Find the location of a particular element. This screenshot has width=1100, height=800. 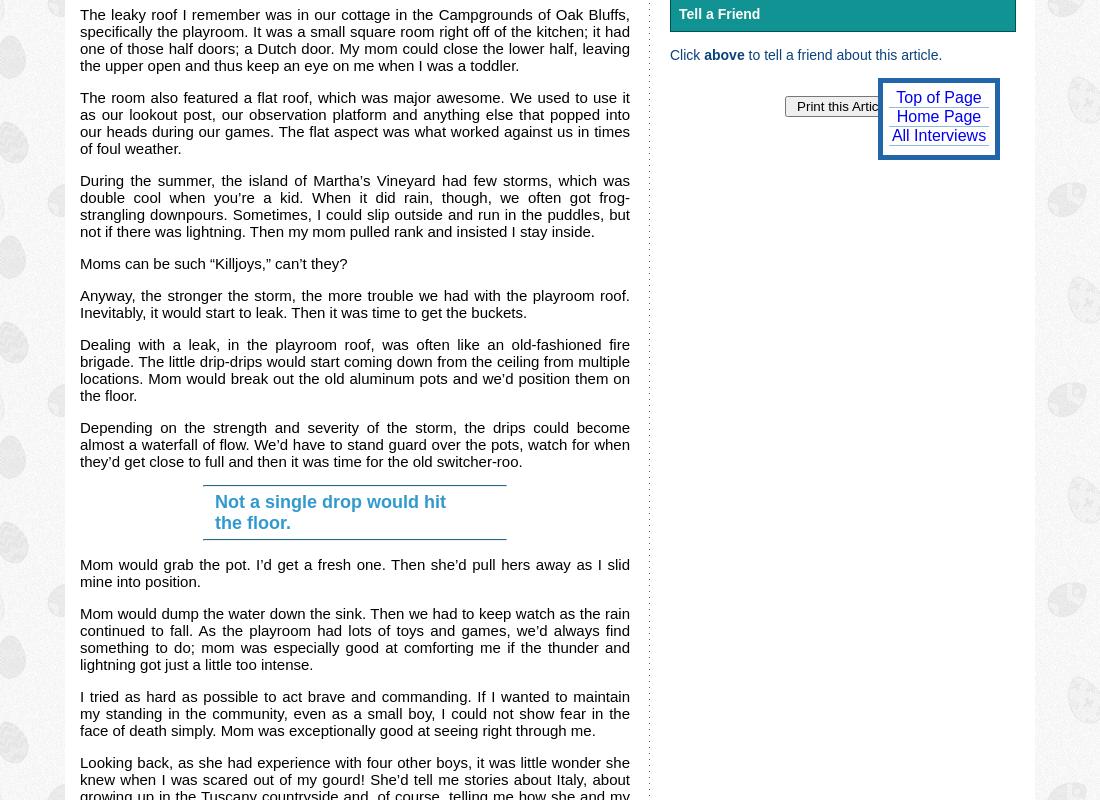

'Not a single drop would hit the floor.' is located at coordinates (329, 511).